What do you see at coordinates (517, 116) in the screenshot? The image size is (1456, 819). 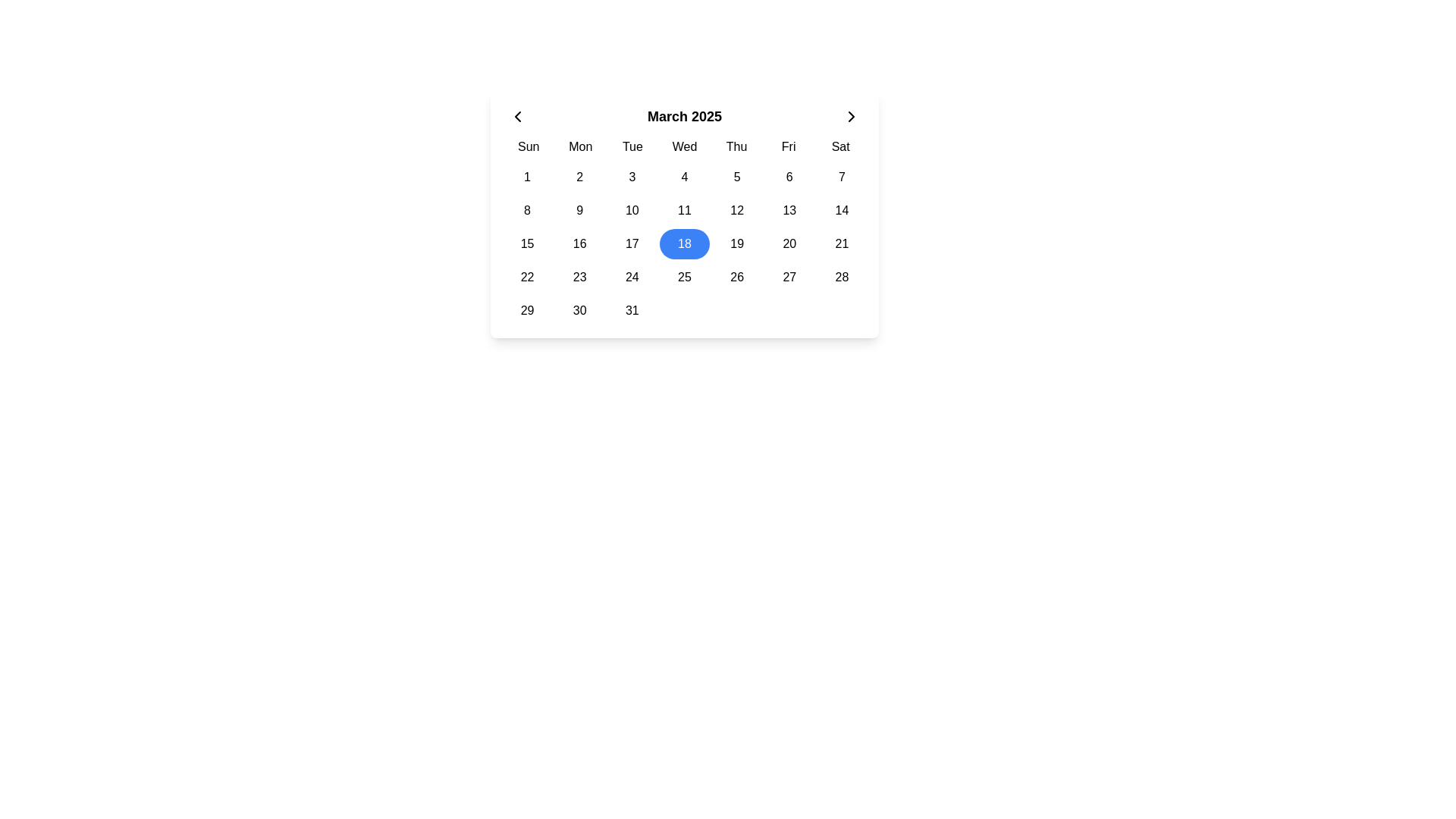 I see `the left-pointing chevron icon located to the left of the month title 'March 2025' in the calendar interface` at bounding box center [517, 116].